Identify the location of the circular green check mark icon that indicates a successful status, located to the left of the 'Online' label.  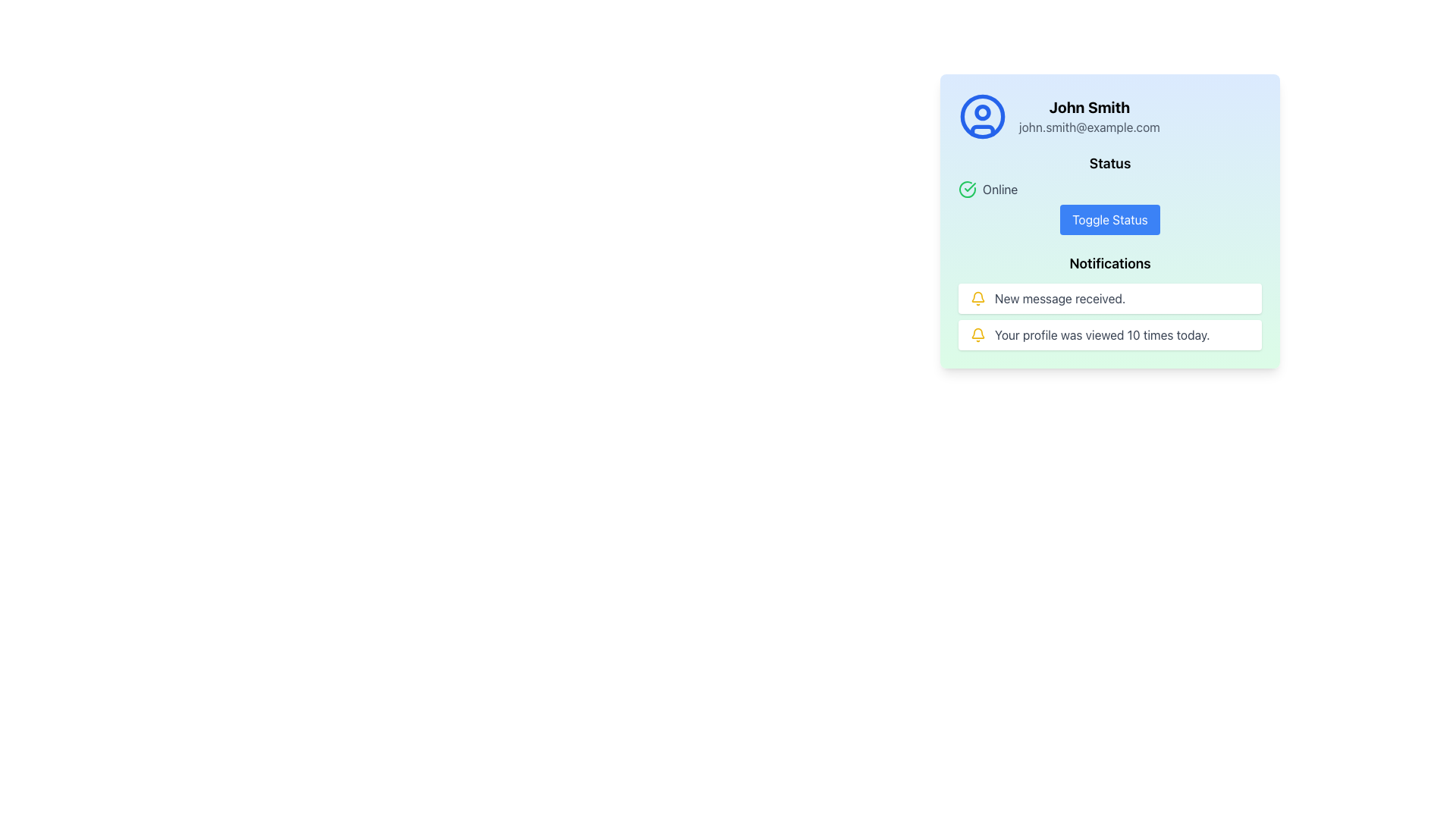
(967, 189).